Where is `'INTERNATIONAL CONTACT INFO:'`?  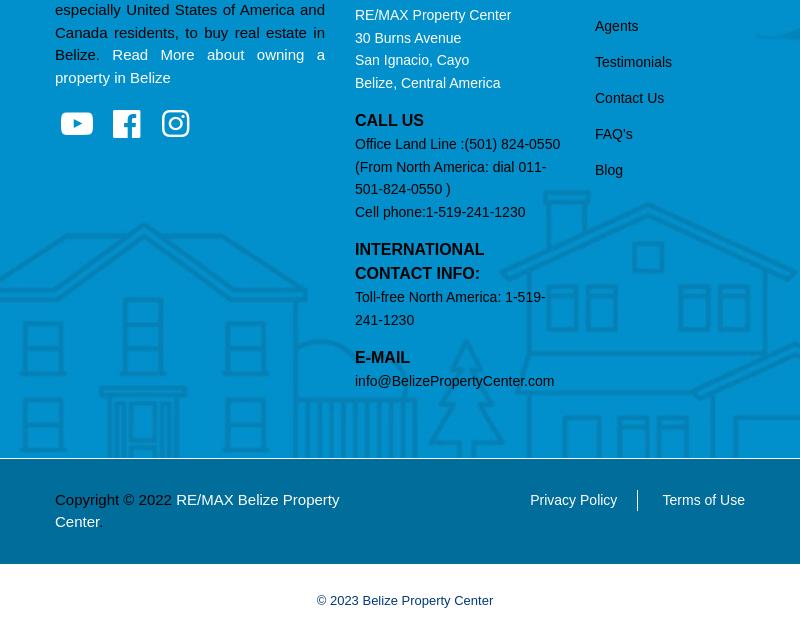
'INTERNATIONAL CONTACT INFO:' is located at coordinates (419, 260).